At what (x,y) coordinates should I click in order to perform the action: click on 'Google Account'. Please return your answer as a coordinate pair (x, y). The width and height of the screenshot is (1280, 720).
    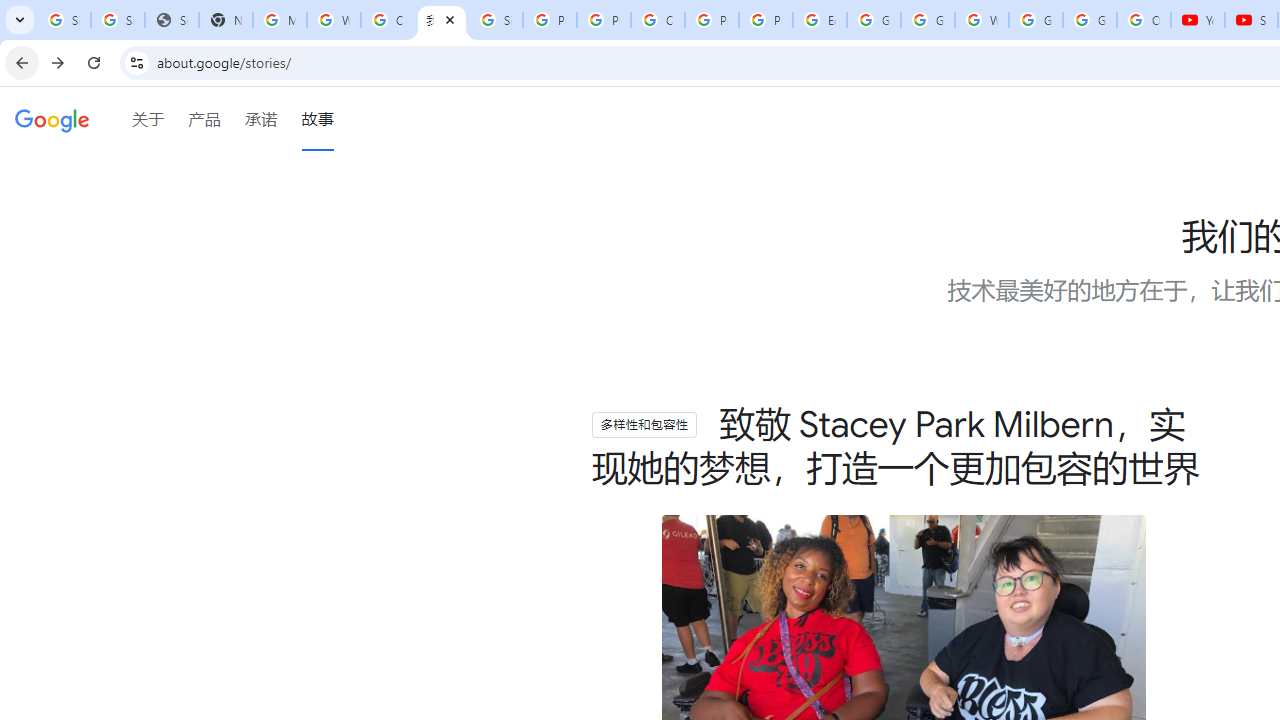
    Looking at the image, I should click on (1088, 20).